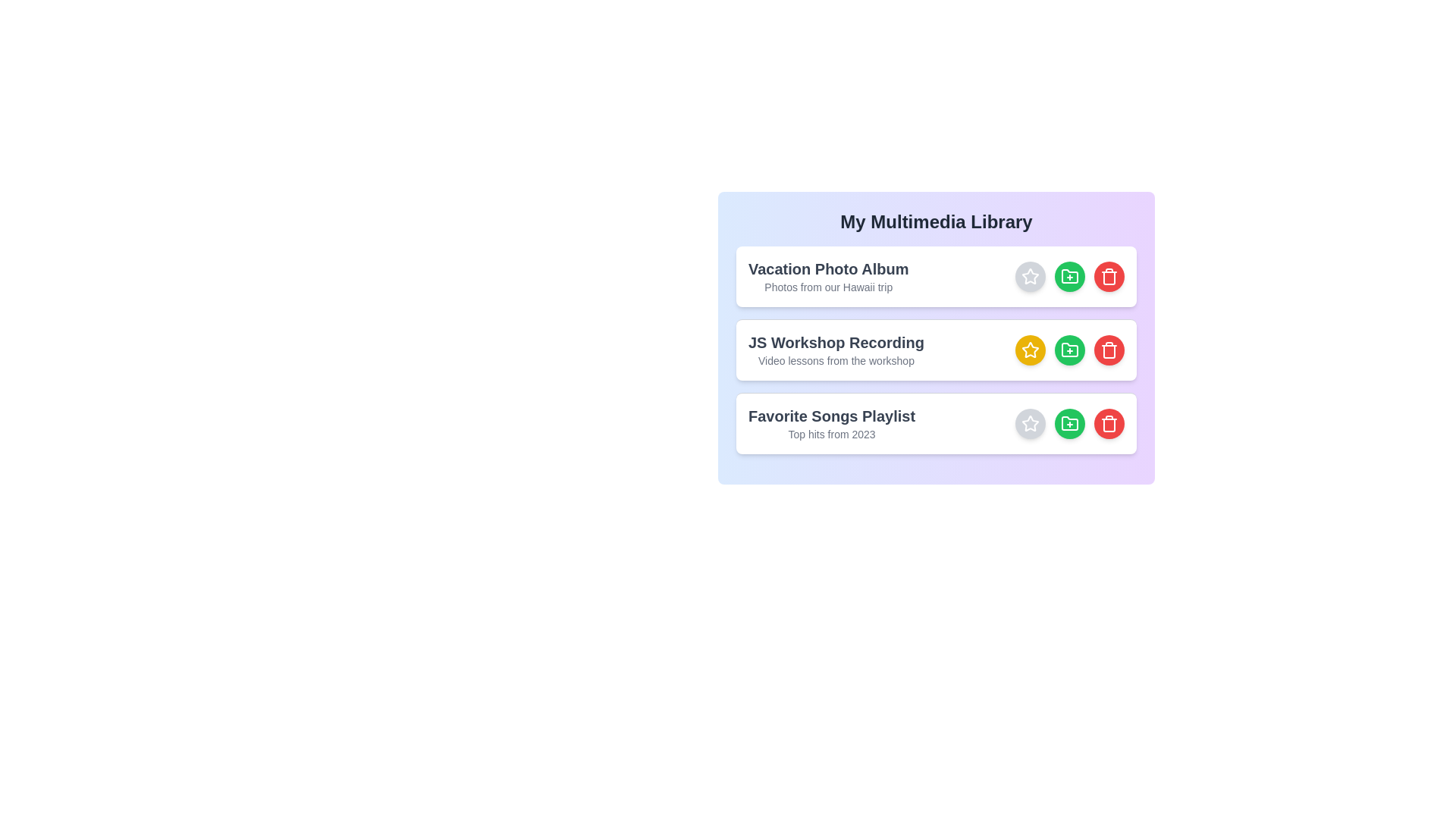 This screenshot has width=1456, height=819. What do you see at coordinates (1030, 350) in the screenshot?
I see `the star button, which indicates a positive action such as favoriting or marking an item as special, located in the middle of the second row, adjacent to a green plus button and a gray hollow star button` at bounding box center [1030, 350].